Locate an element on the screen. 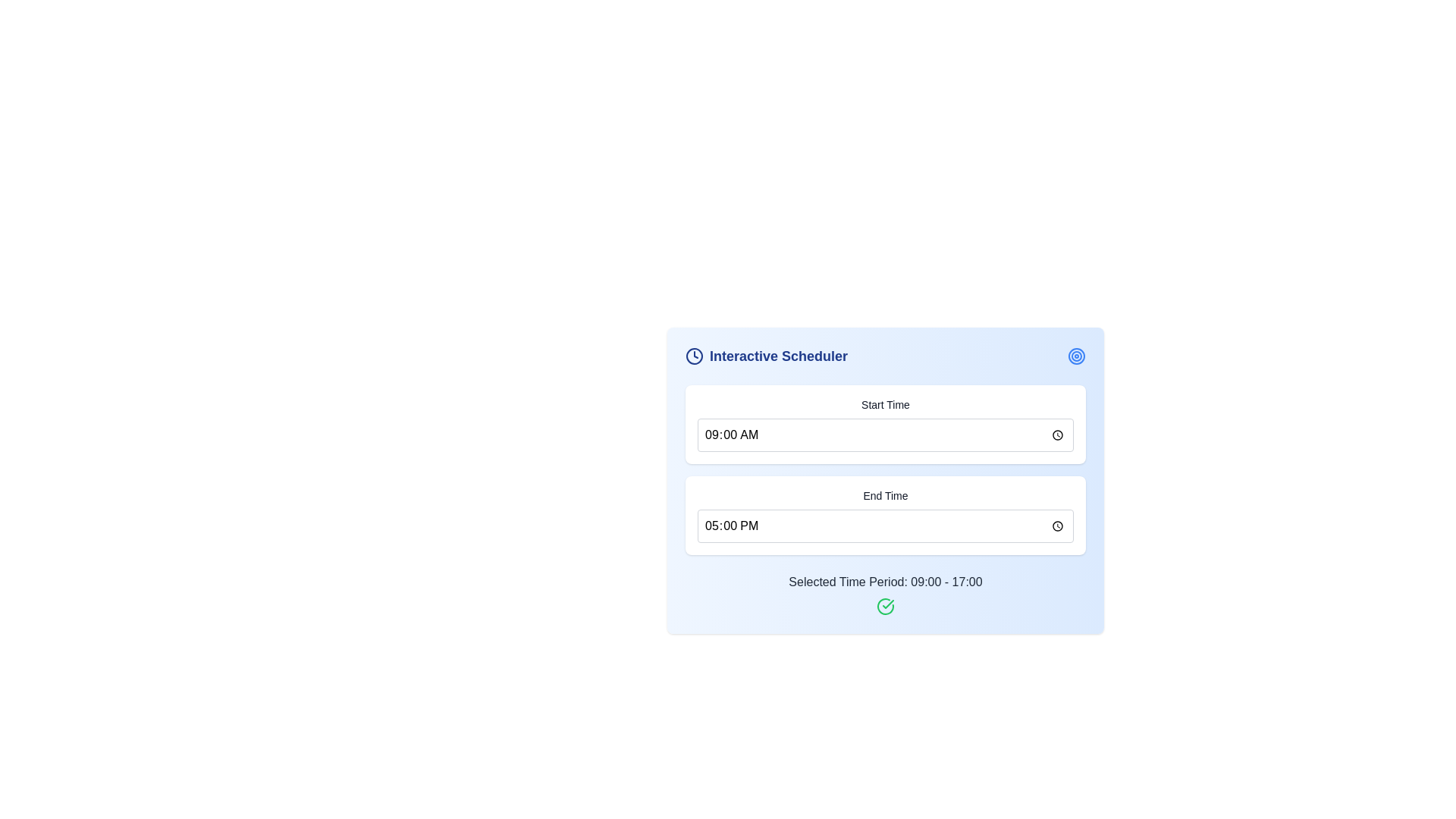 The height and width of the screenshot is (819, 1456). the blue circular element of the clock icon located next to the 'Interactive Scheduler' text in the top-left area of the content card is located at coordinates (694, 356).